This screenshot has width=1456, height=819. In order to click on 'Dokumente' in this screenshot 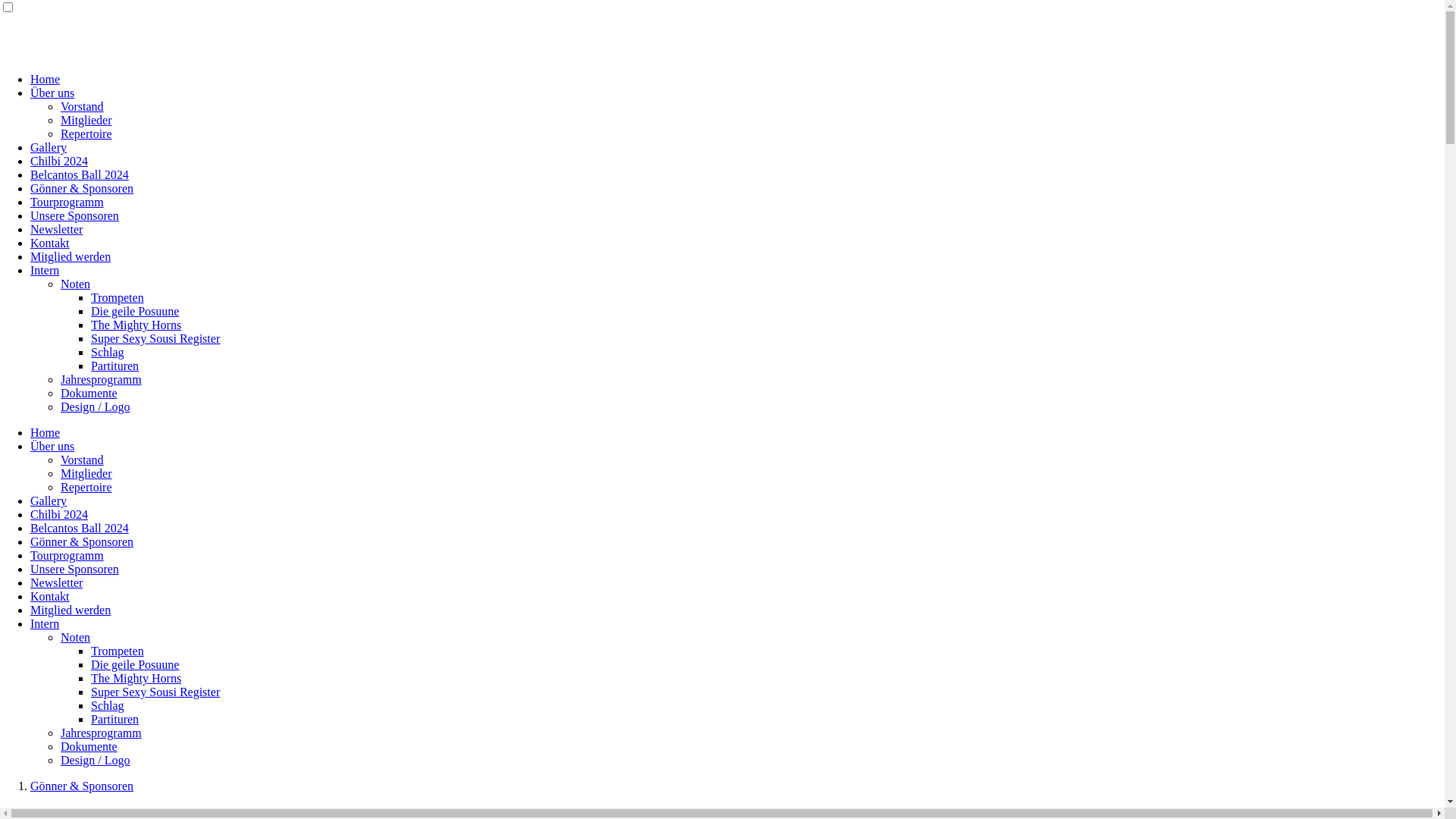, I will do `click(88, 745)`.